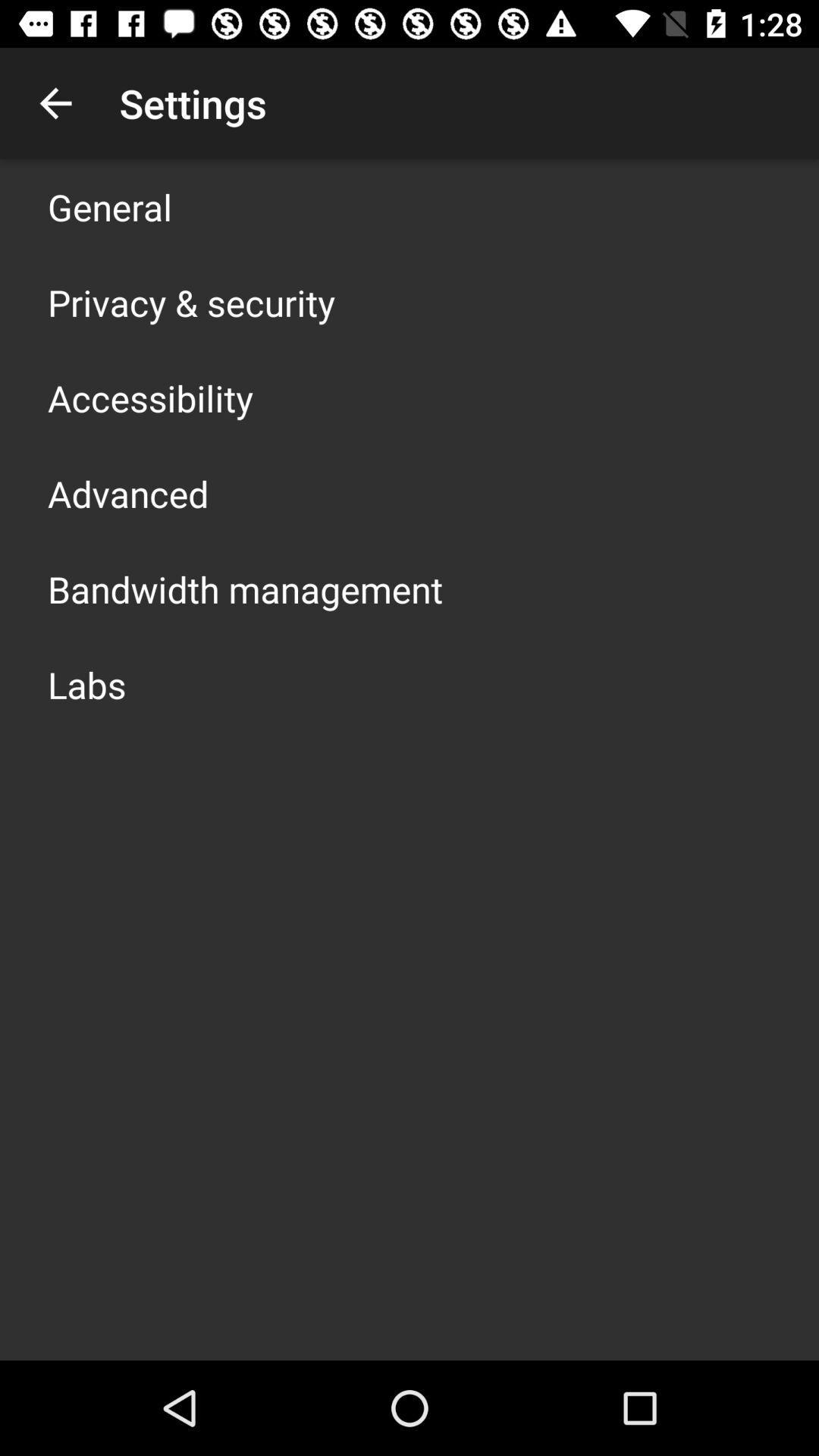 This screenshot has height=1456, width=819. Describe the element at coordinates (55, 102) in the screenshot. I see `icon next to the settings icon` at that location.